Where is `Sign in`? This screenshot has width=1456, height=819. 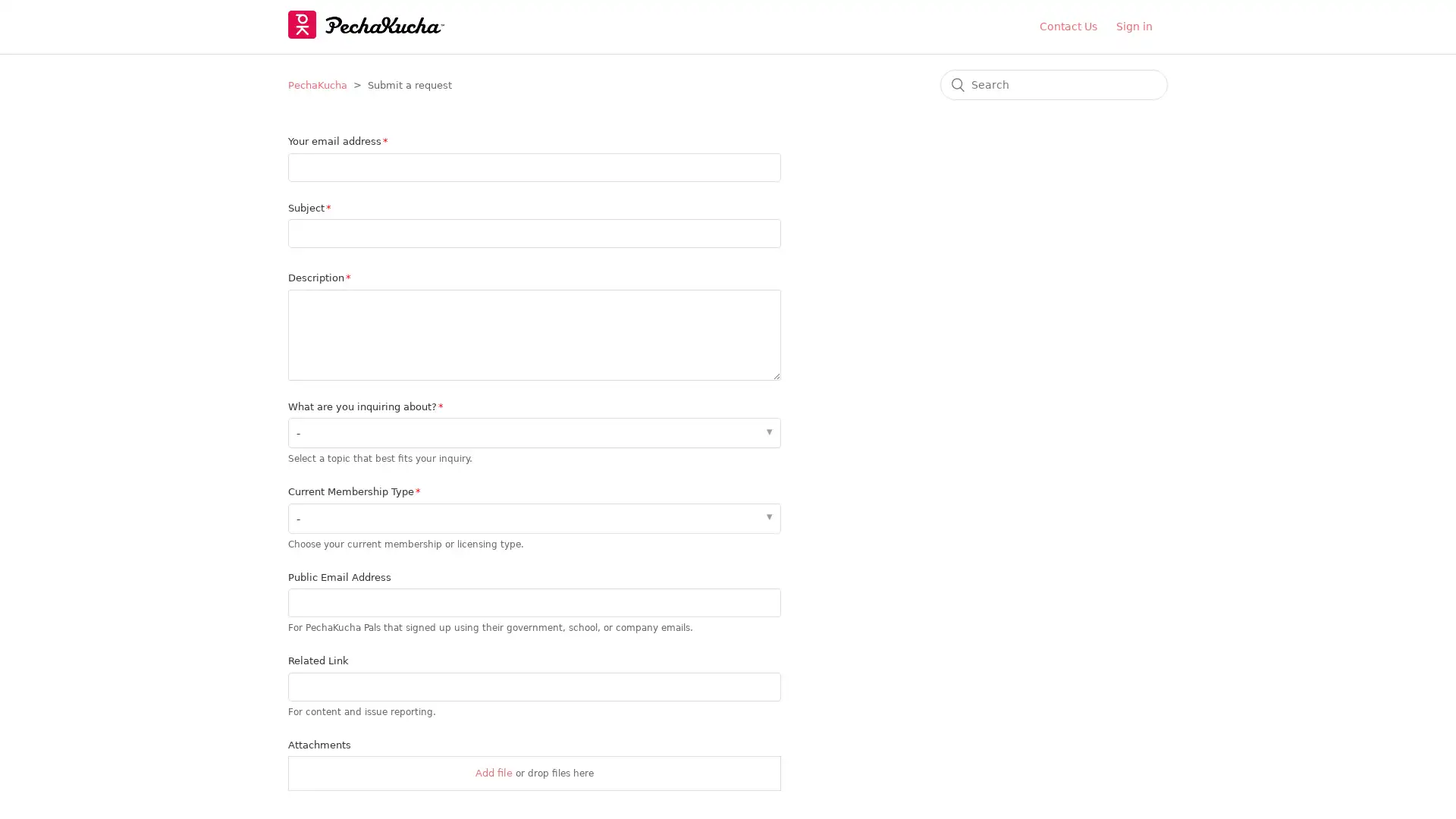 Sign in is located at coordinates (1142, 26).